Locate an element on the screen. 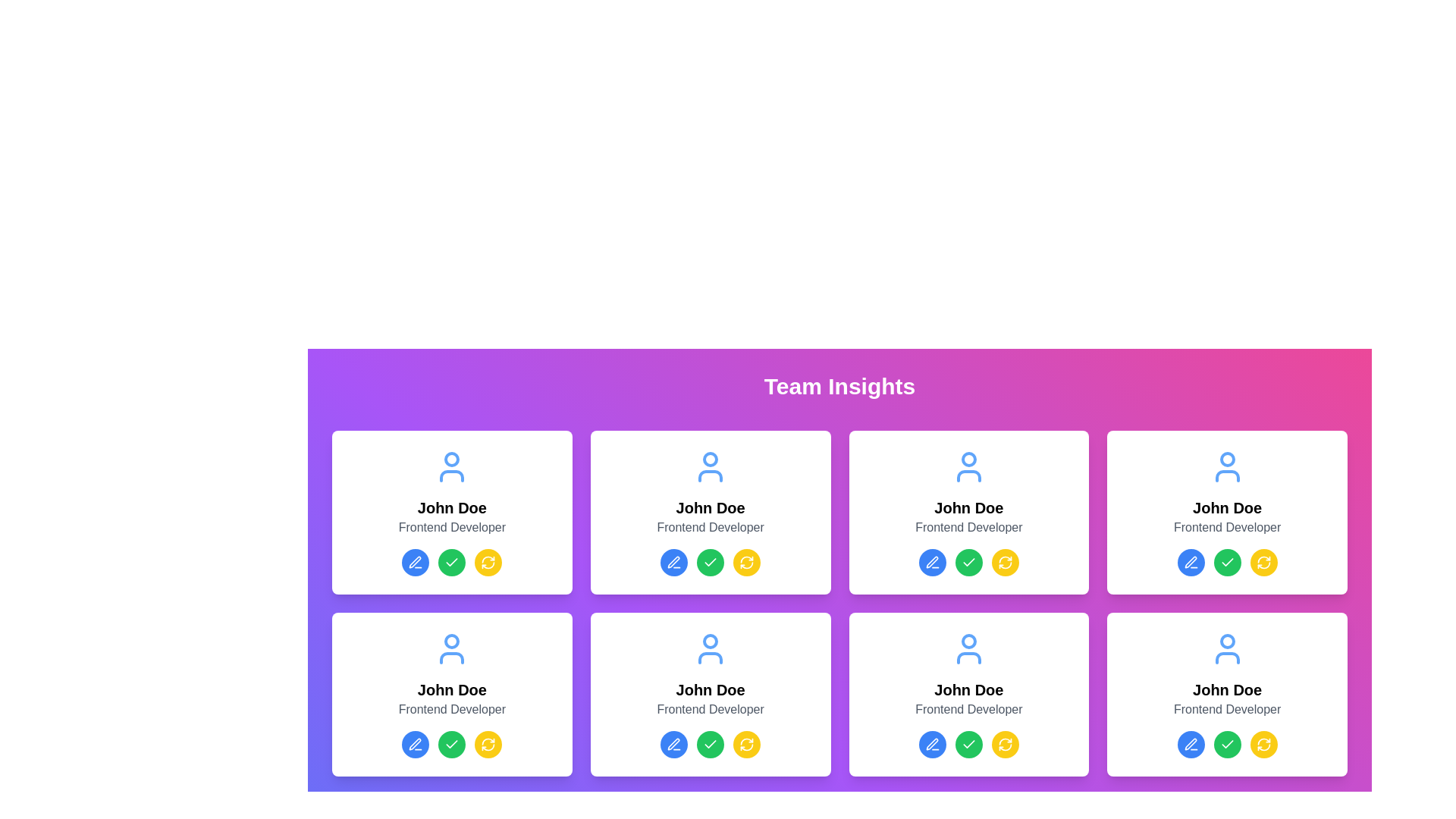 This screenshot has height=819, width=1456. the middle circular button with a green background and a checkmark icon is located at coordinates (451, 744).